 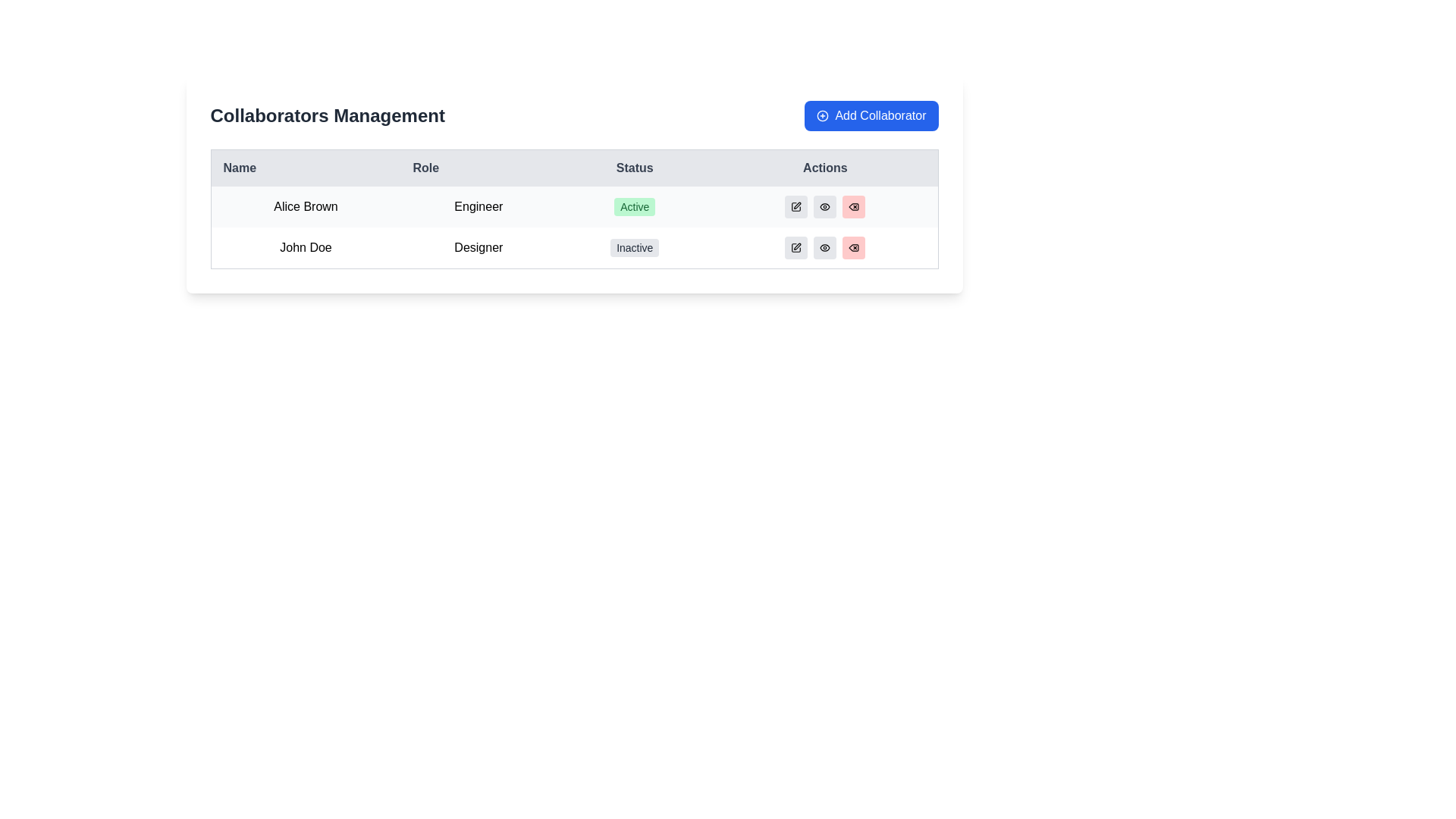 I want to click on the eye icon in the 'Actions' column of the table row for 'Alice Brown', so click(x=824, y=207).